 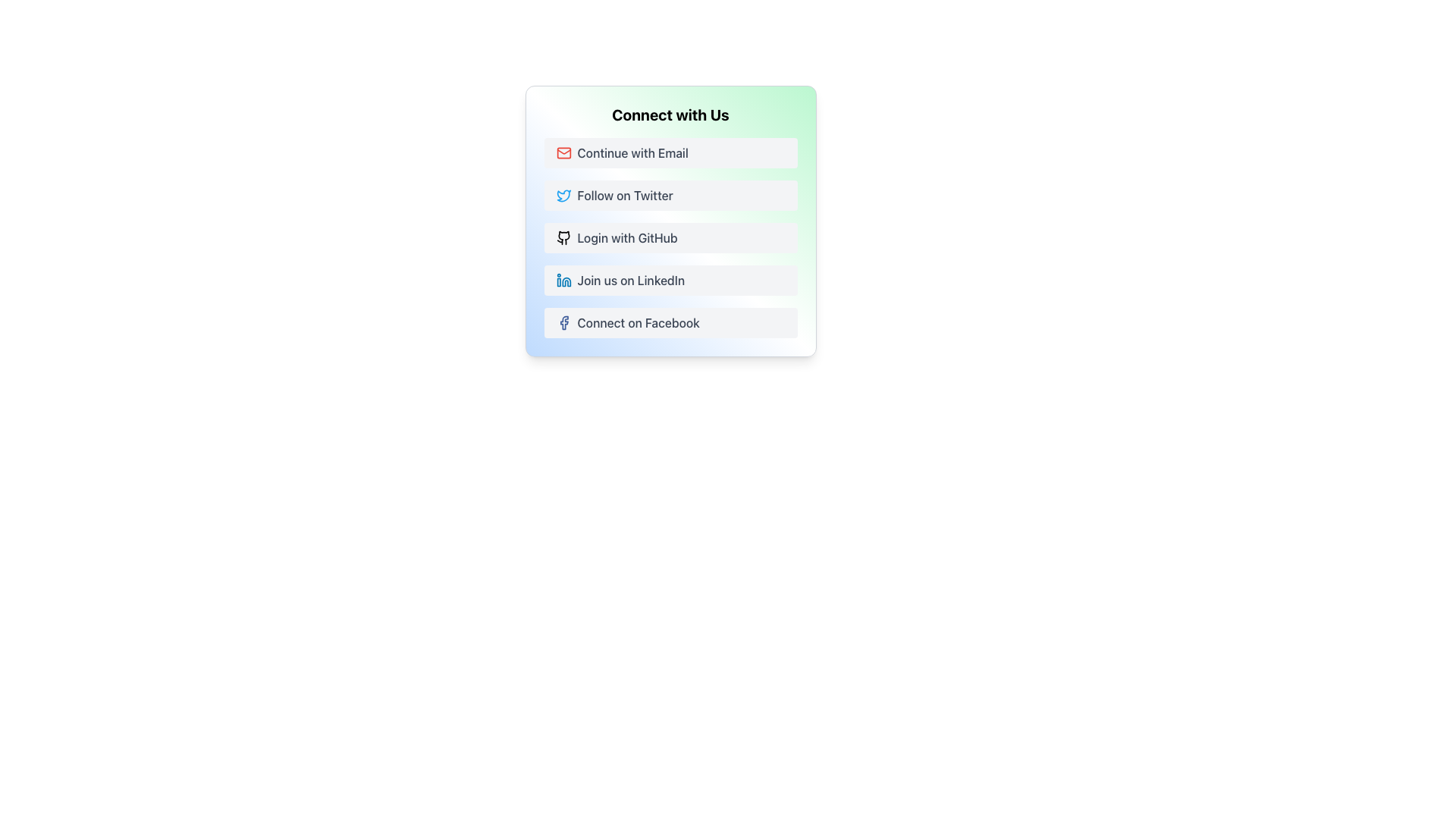 I want to click on the Facebook logotype icon, which is styled with a blue stroke and located within the 'Connect on Facebook' section at the bottom of the list of social media options, to initiate connection, so click(x=563, y=322).